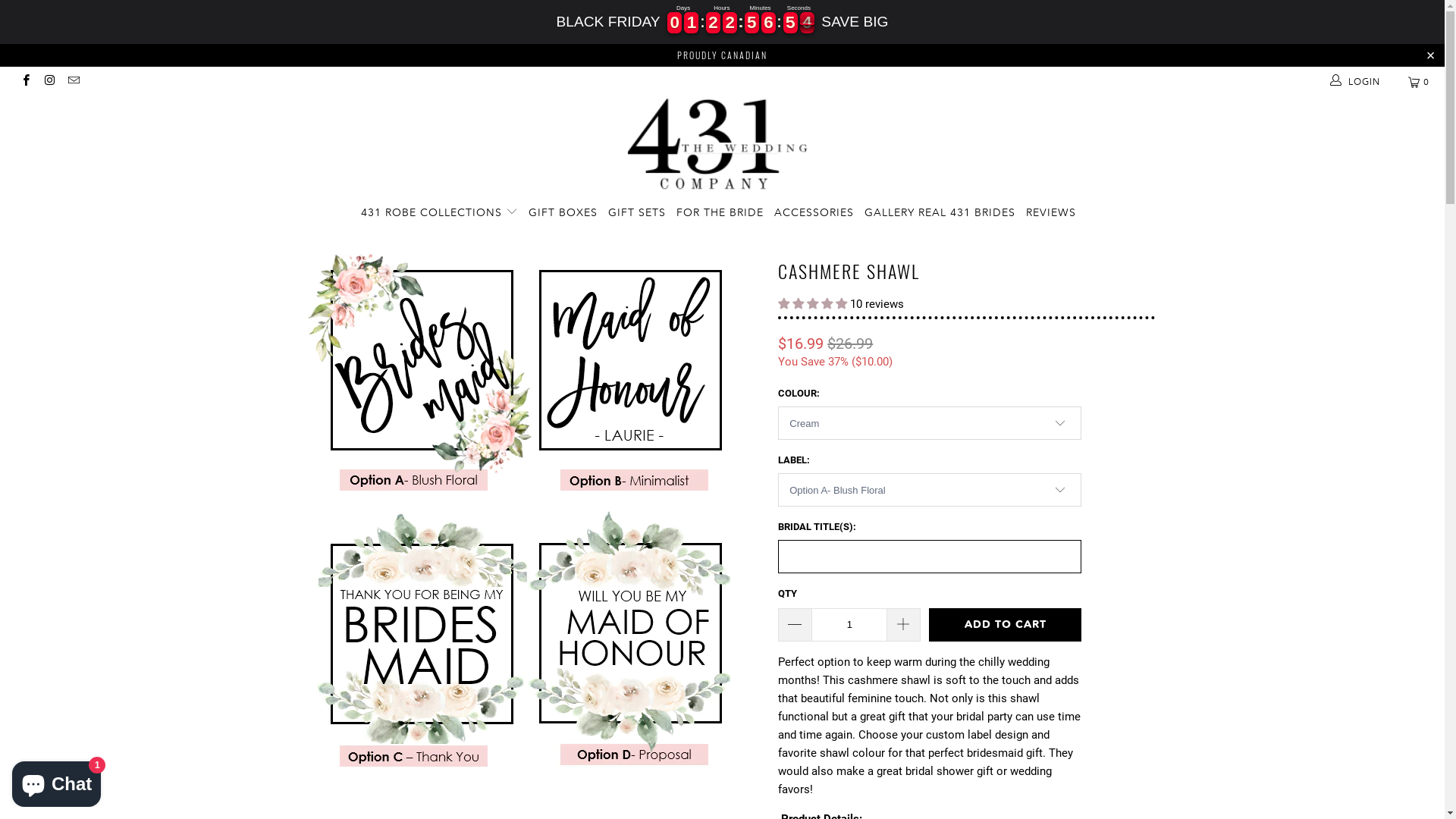 This screenshot has width=1456, height=819. Describe the element at coordinates (721, 146) in the screenshot. I see `'431 The Wedding Company'` at that location.